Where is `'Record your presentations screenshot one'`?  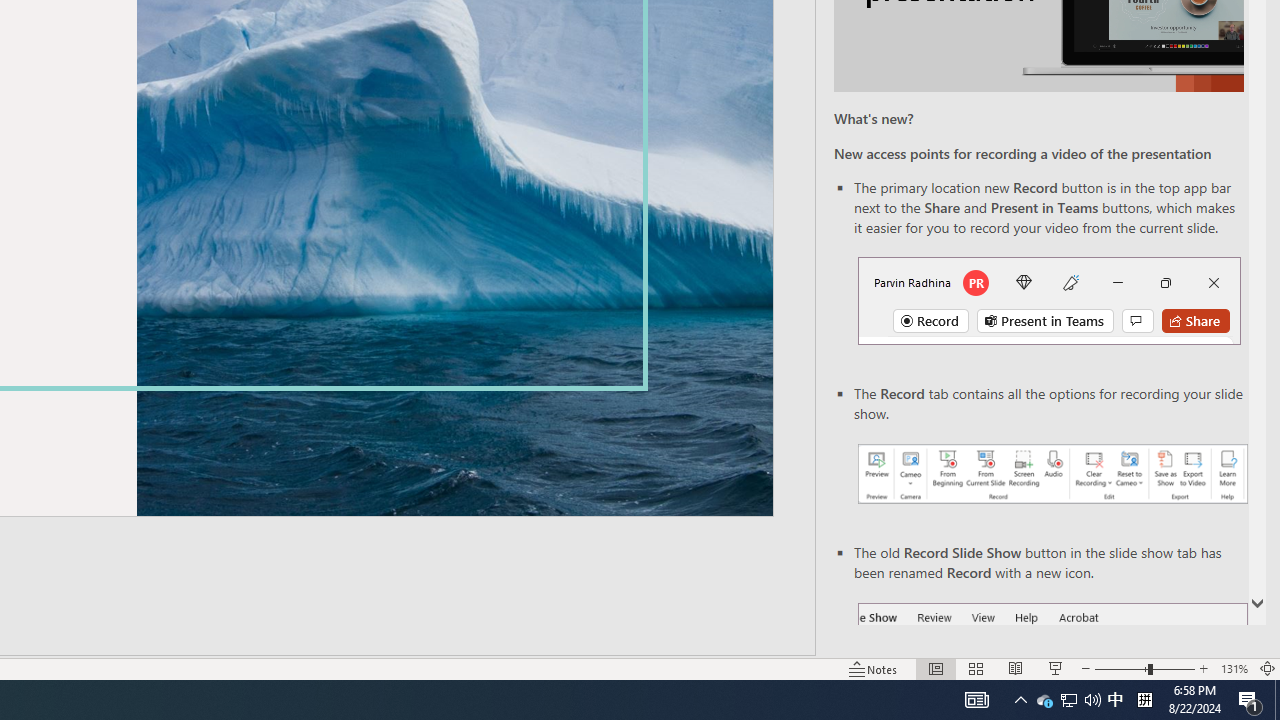
'Record your presentations screenshot one' is located at coordinates (1051, 474).